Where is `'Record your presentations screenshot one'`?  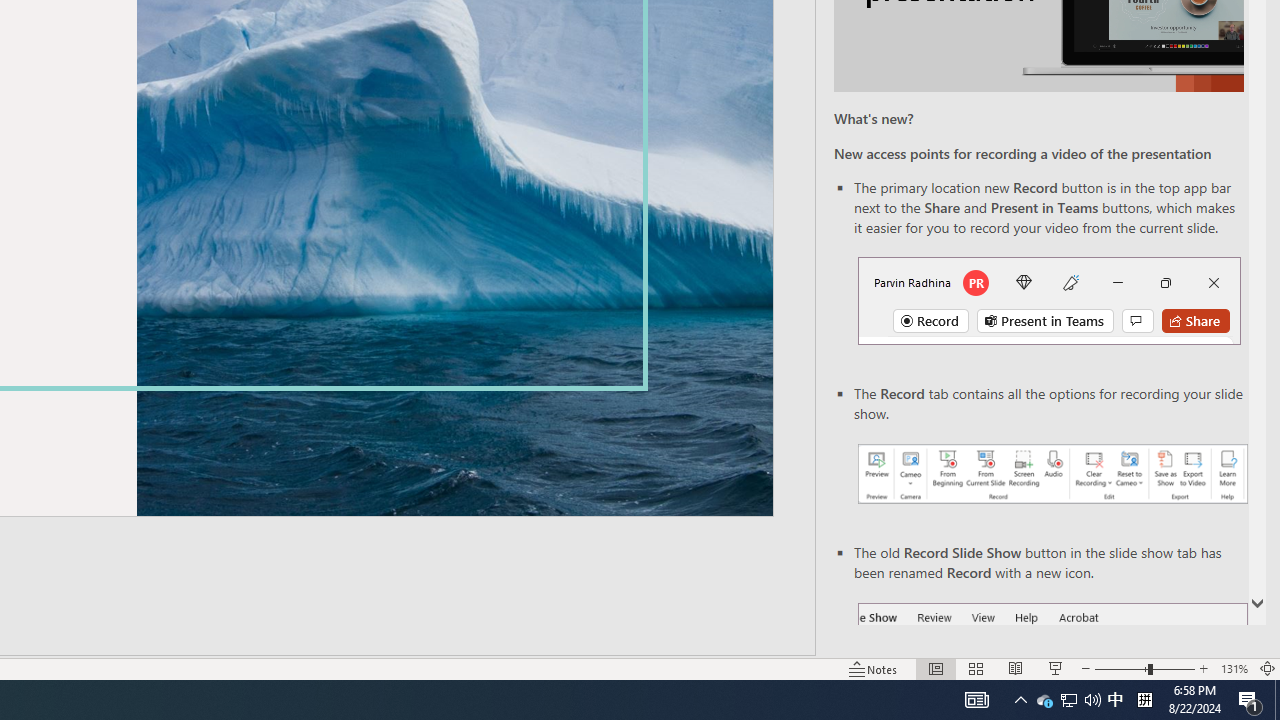
'Record your presentations screenshot one' is located at coordinates (1051, 474).